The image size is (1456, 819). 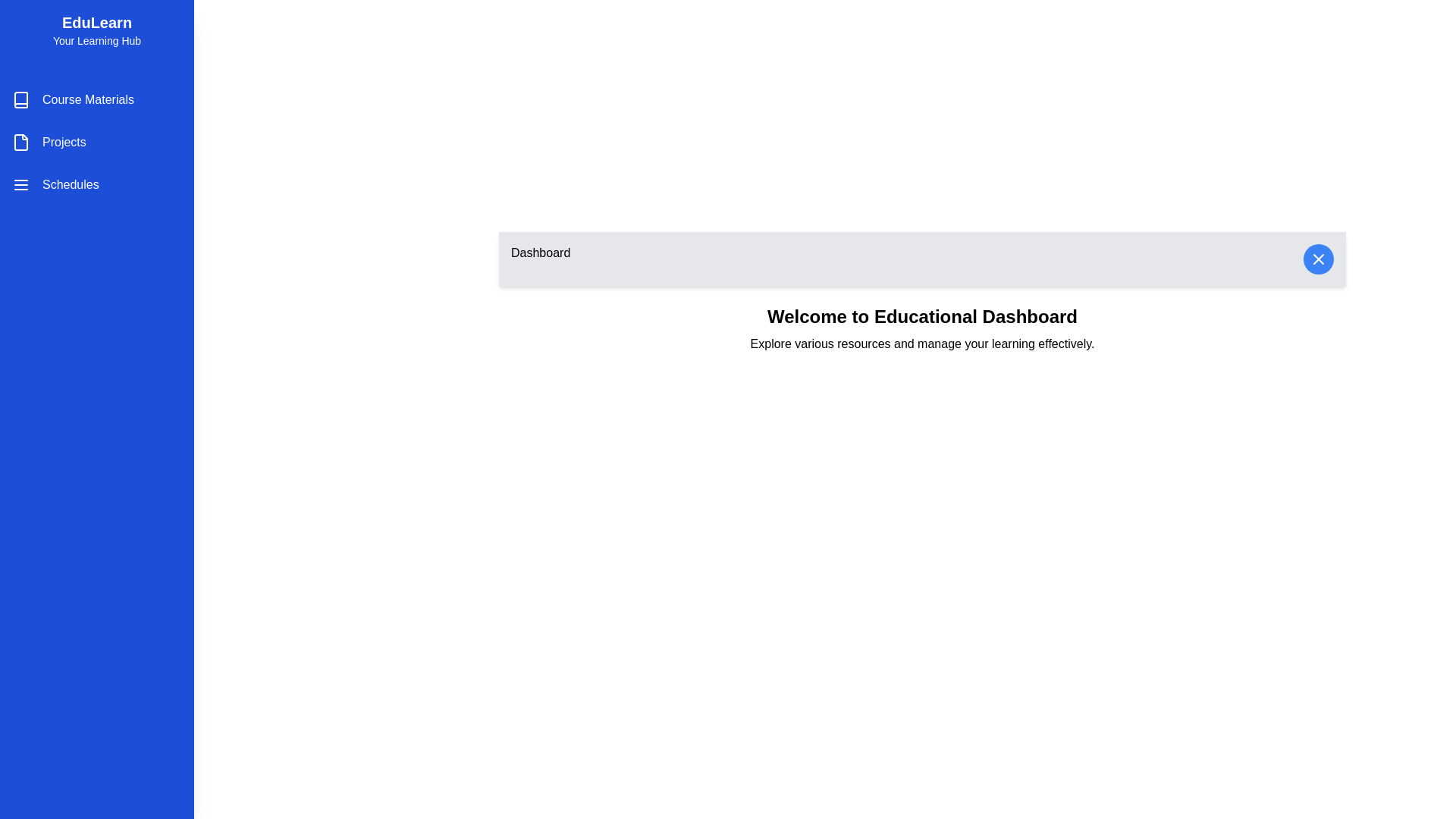 I want to click on the 'Schedules' icon located in the sidebar menu, which serves as a visual cue for navigation and is positioned to the left of the 'Schedules' label, so click(x=21, y=184).